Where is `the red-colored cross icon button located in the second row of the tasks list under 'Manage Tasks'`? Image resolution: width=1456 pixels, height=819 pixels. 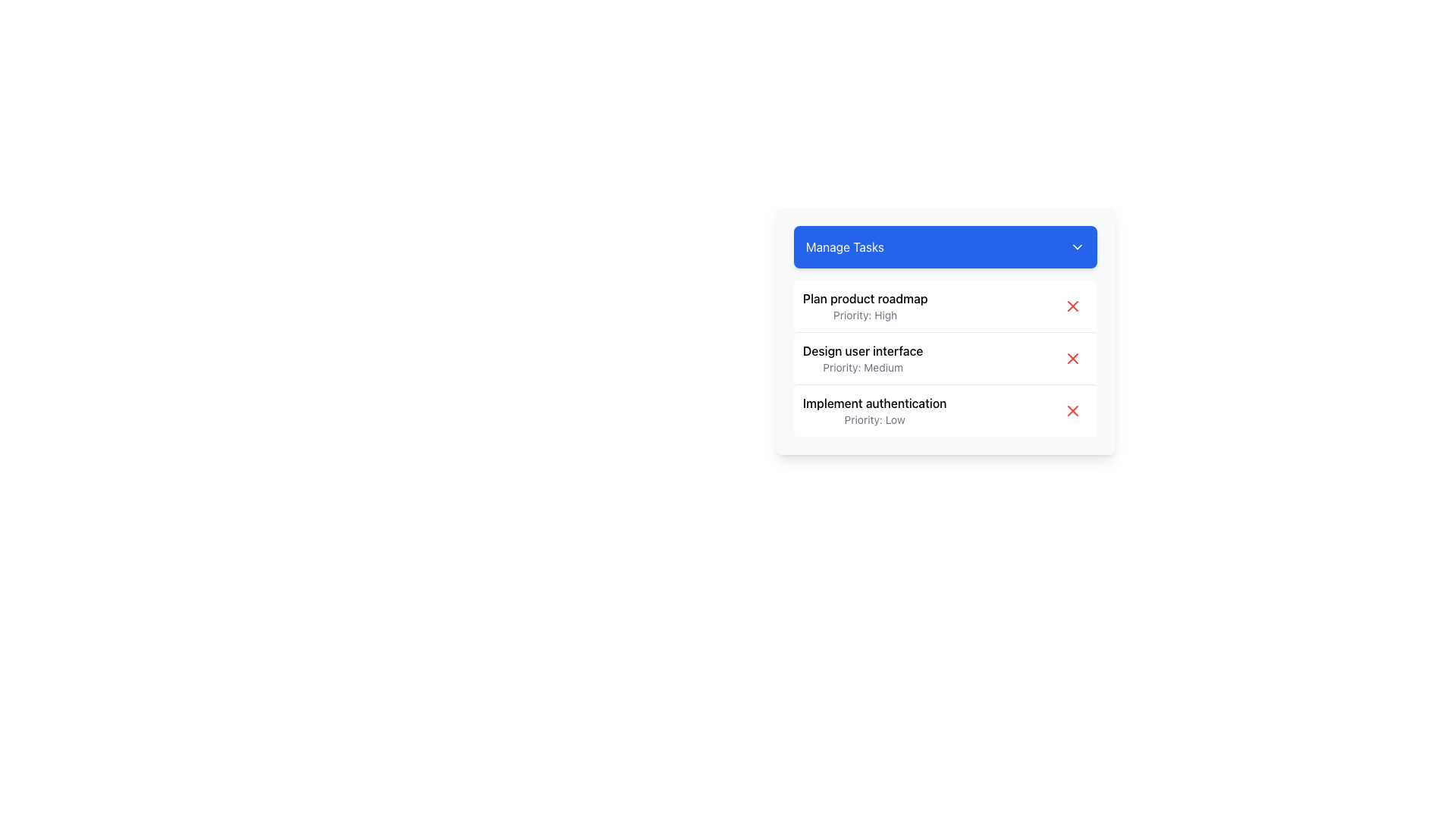 the red-colored cross icon button located in the second row of the tasks list under 'Manage Tasks' is located at coordinates (1072, 359).